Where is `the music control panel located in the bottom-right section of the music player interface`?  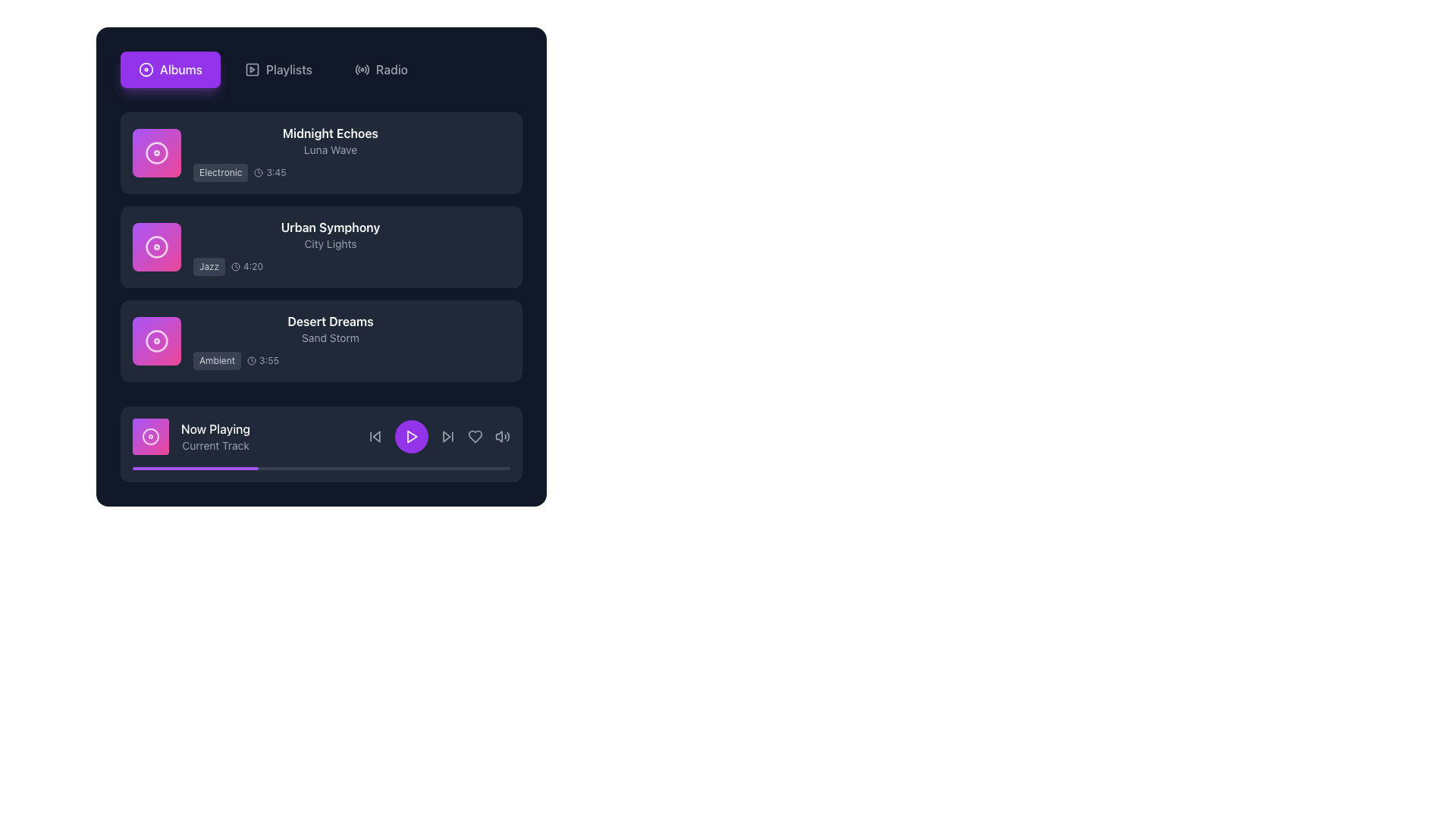
the music control panel located in the bottom-right section of the music player interface is located at coordinates (438, 436).